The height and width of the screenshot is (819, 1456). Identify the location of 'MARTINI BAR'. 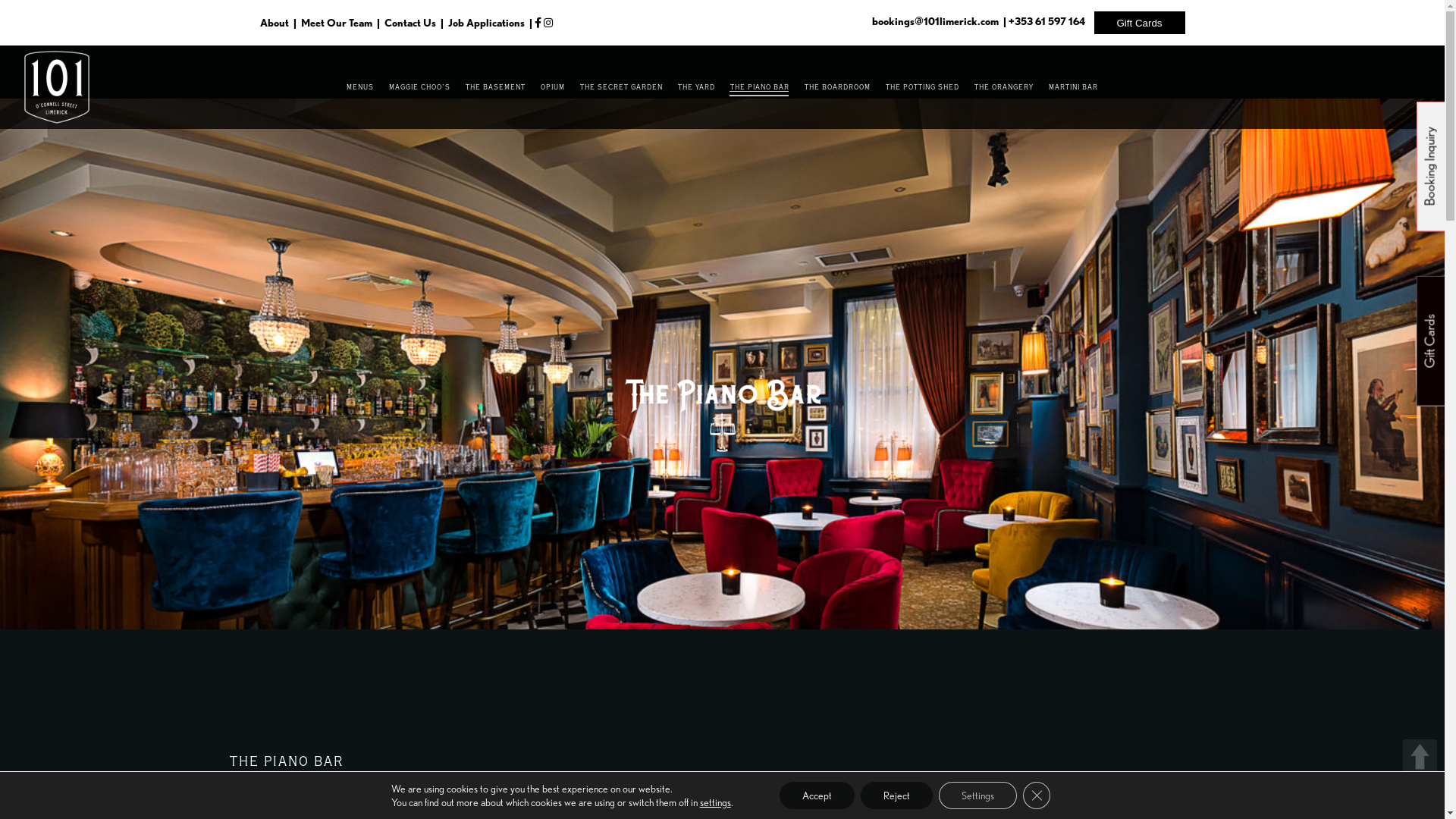
(1072, 87).